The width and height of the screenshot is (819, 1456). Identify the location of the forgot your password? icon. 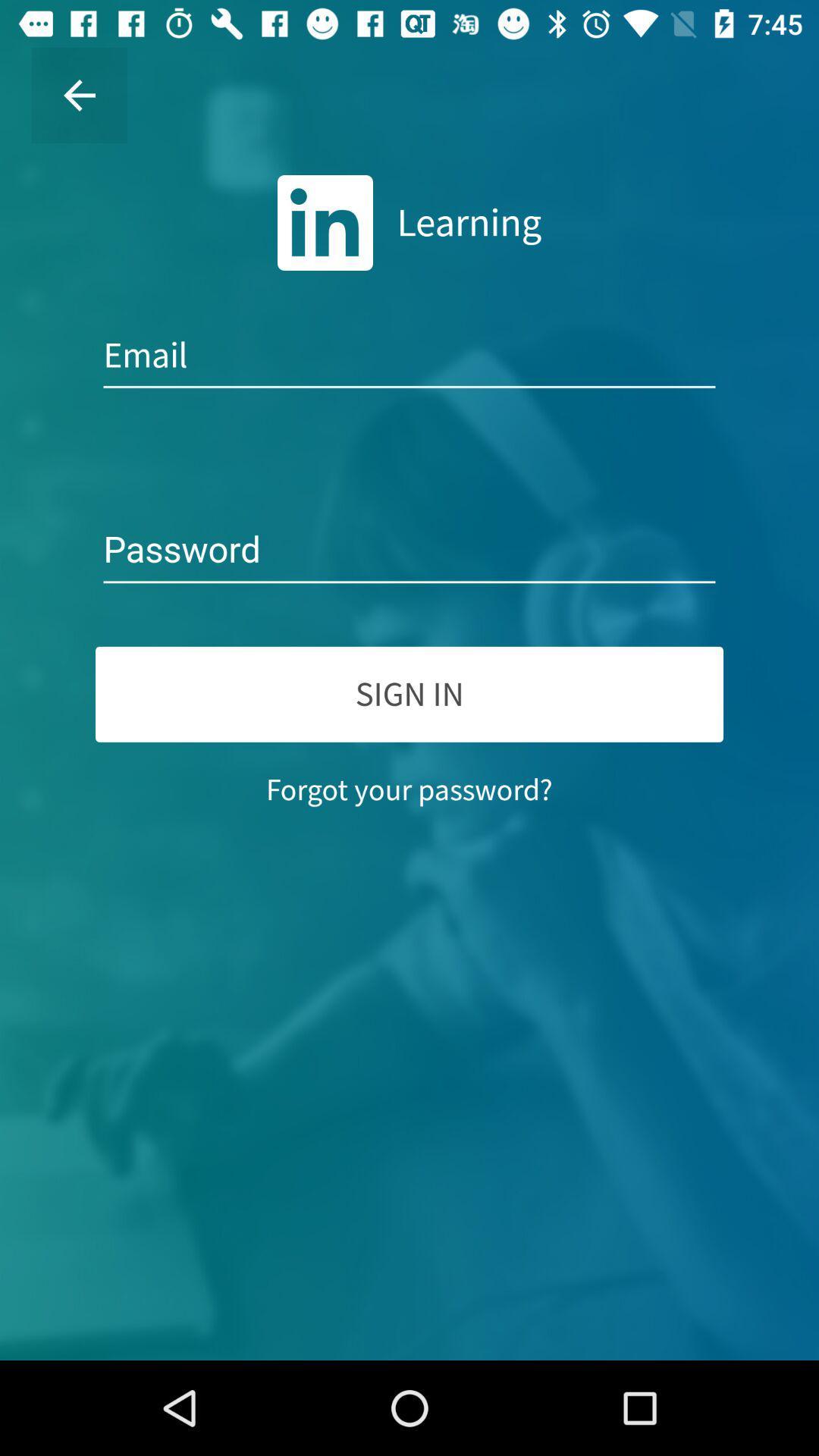
(409, 789).